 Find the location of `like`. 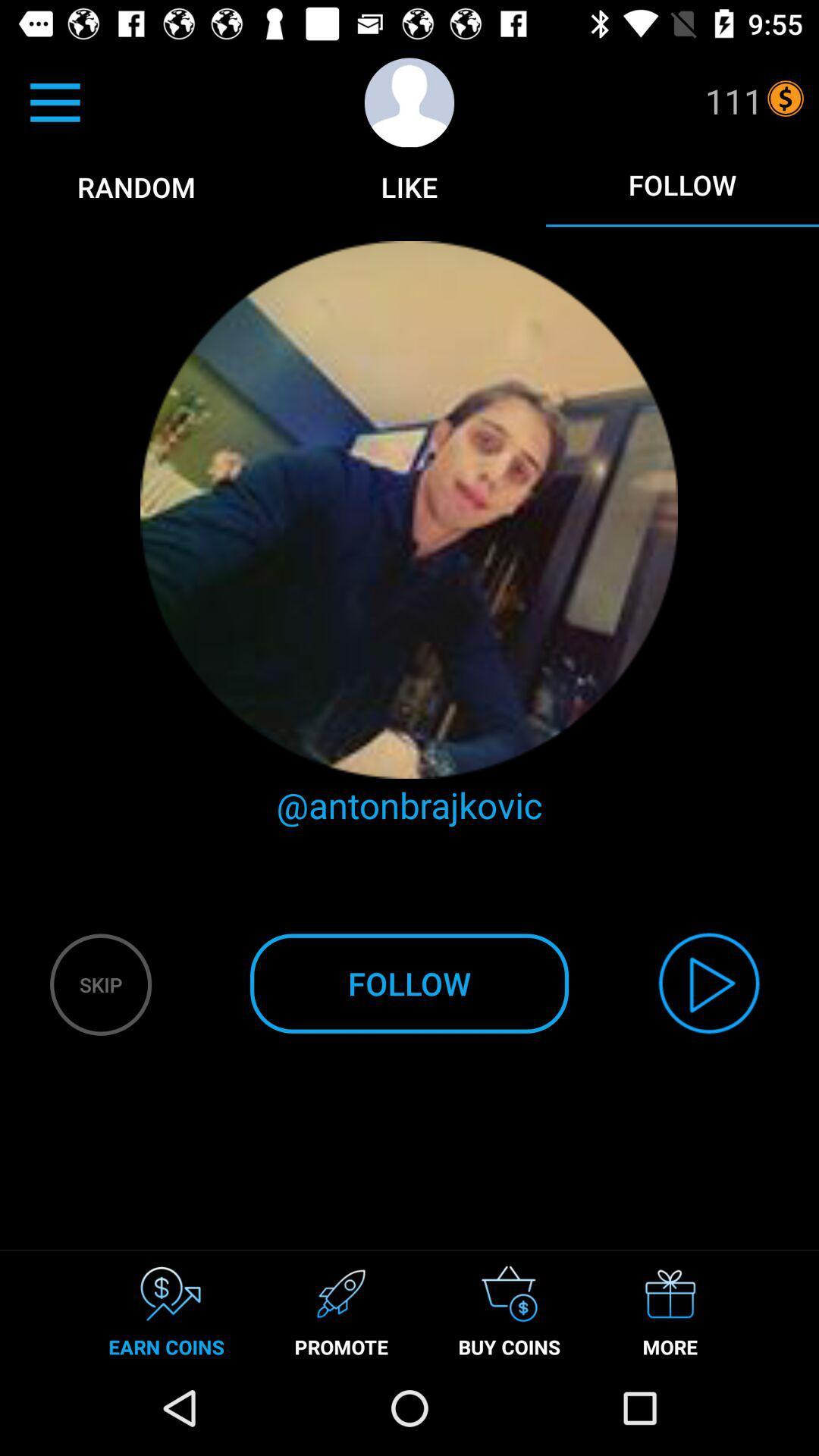

like is located at coordinates (409, 186).